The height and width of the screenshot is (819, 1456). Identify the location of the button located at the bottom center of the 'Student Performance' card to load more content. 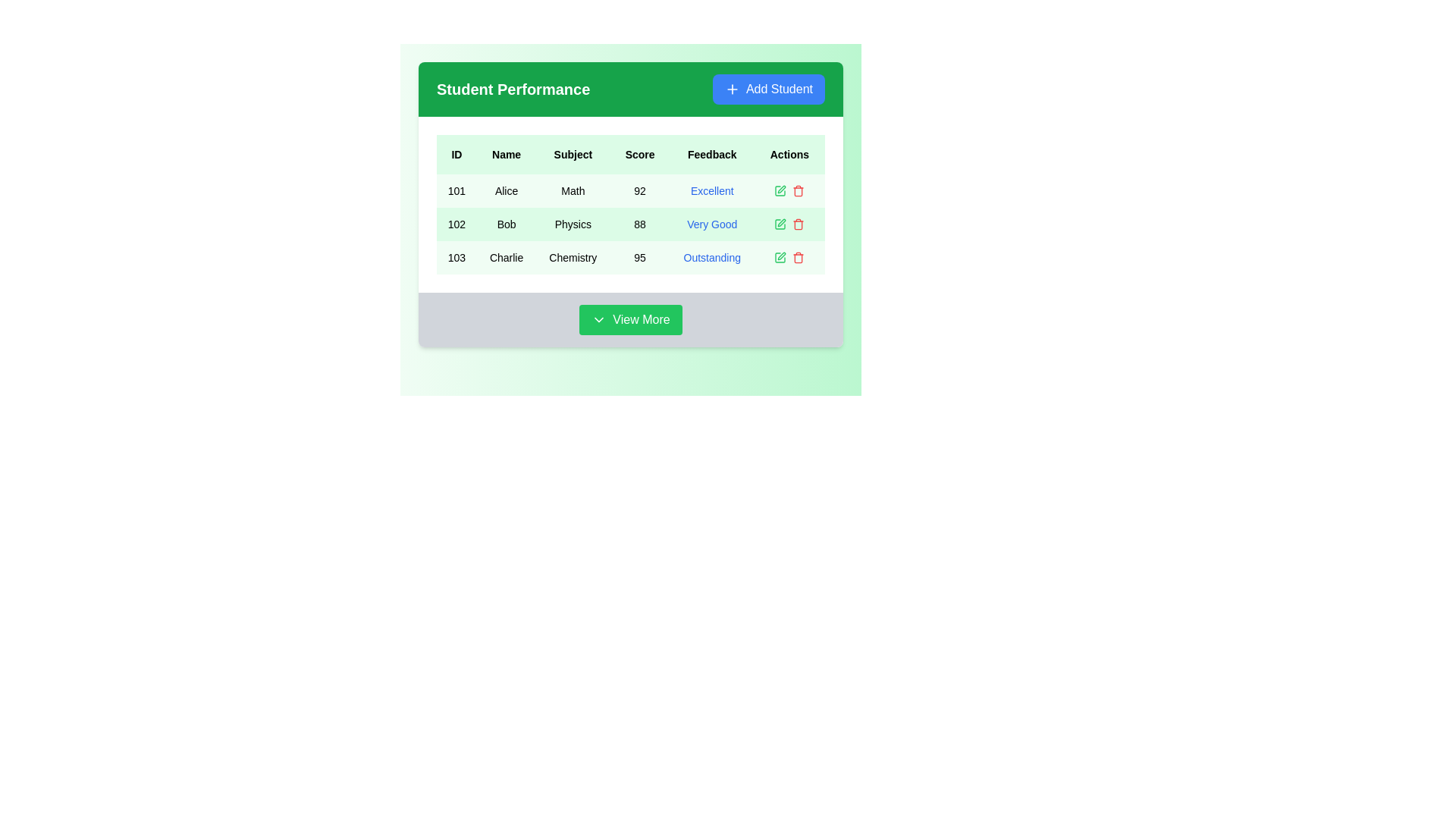
(630, 318).